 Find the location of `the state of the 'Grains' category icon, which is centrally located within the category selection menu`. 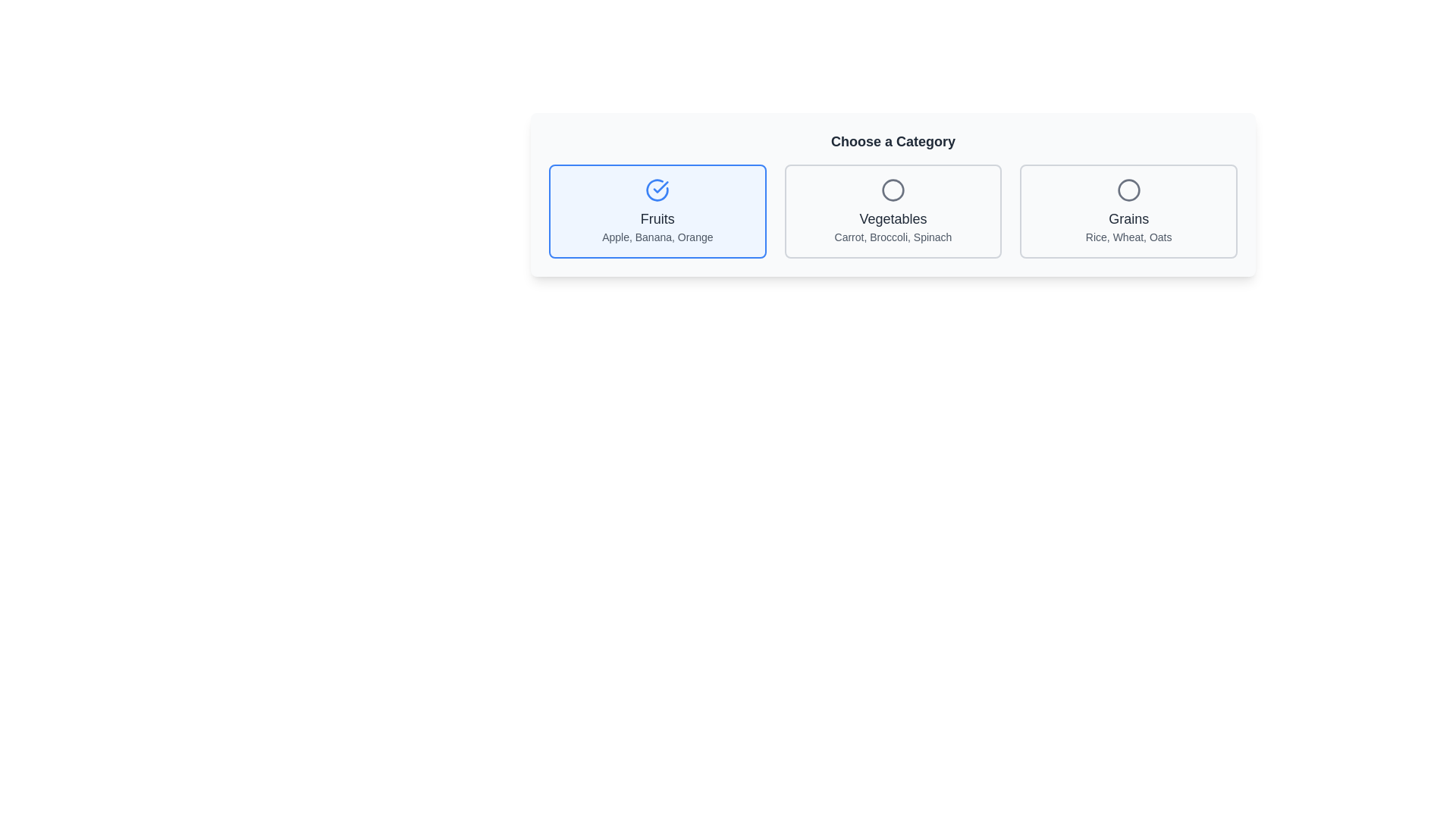

the state of the 'Grains' category icon, which is centrally located within the category selection menu is located at coordinates (1128, 189).